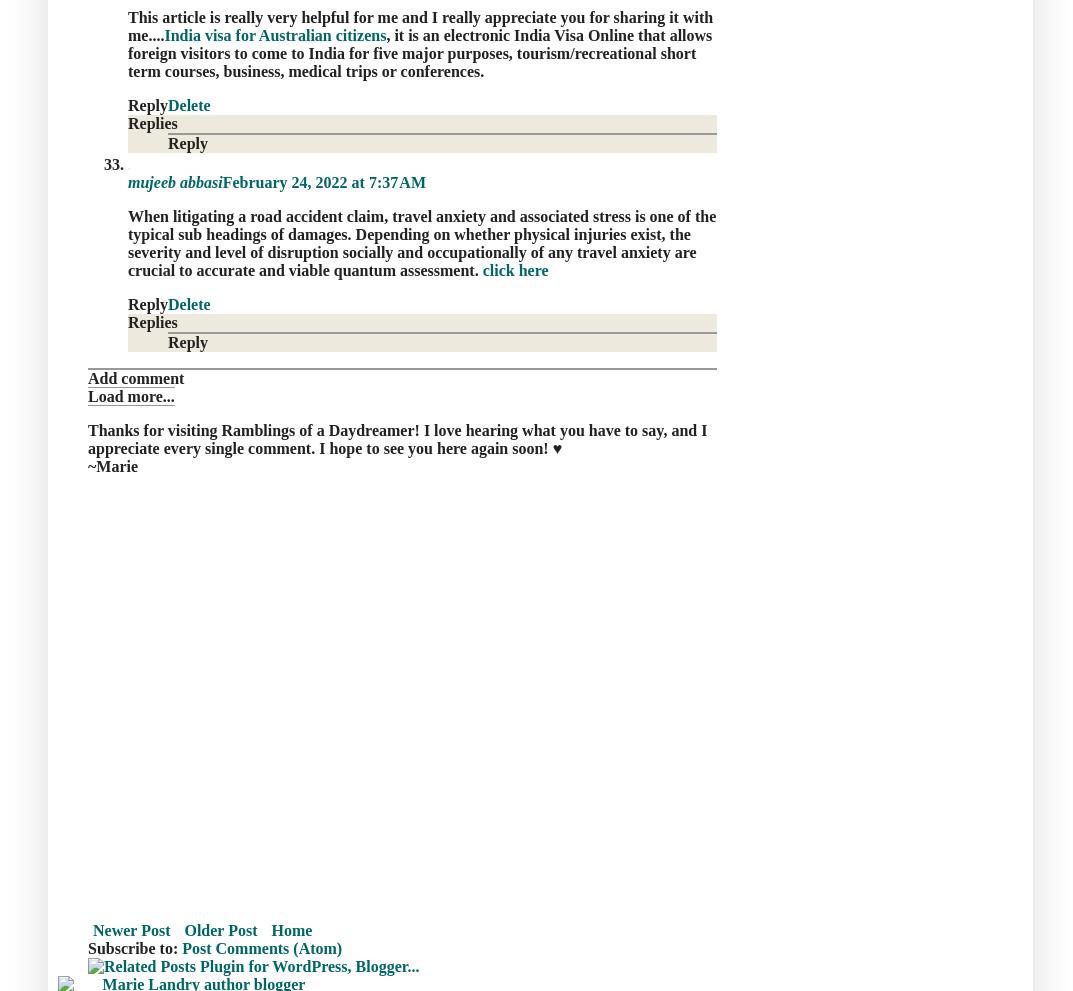  I want to click on ', it is an electronic India Visa Online that allows foreign visitors to come to India for five major purposes, tourism/recreational short term courses, business, medical trips or conferences.', so click(127, 52).